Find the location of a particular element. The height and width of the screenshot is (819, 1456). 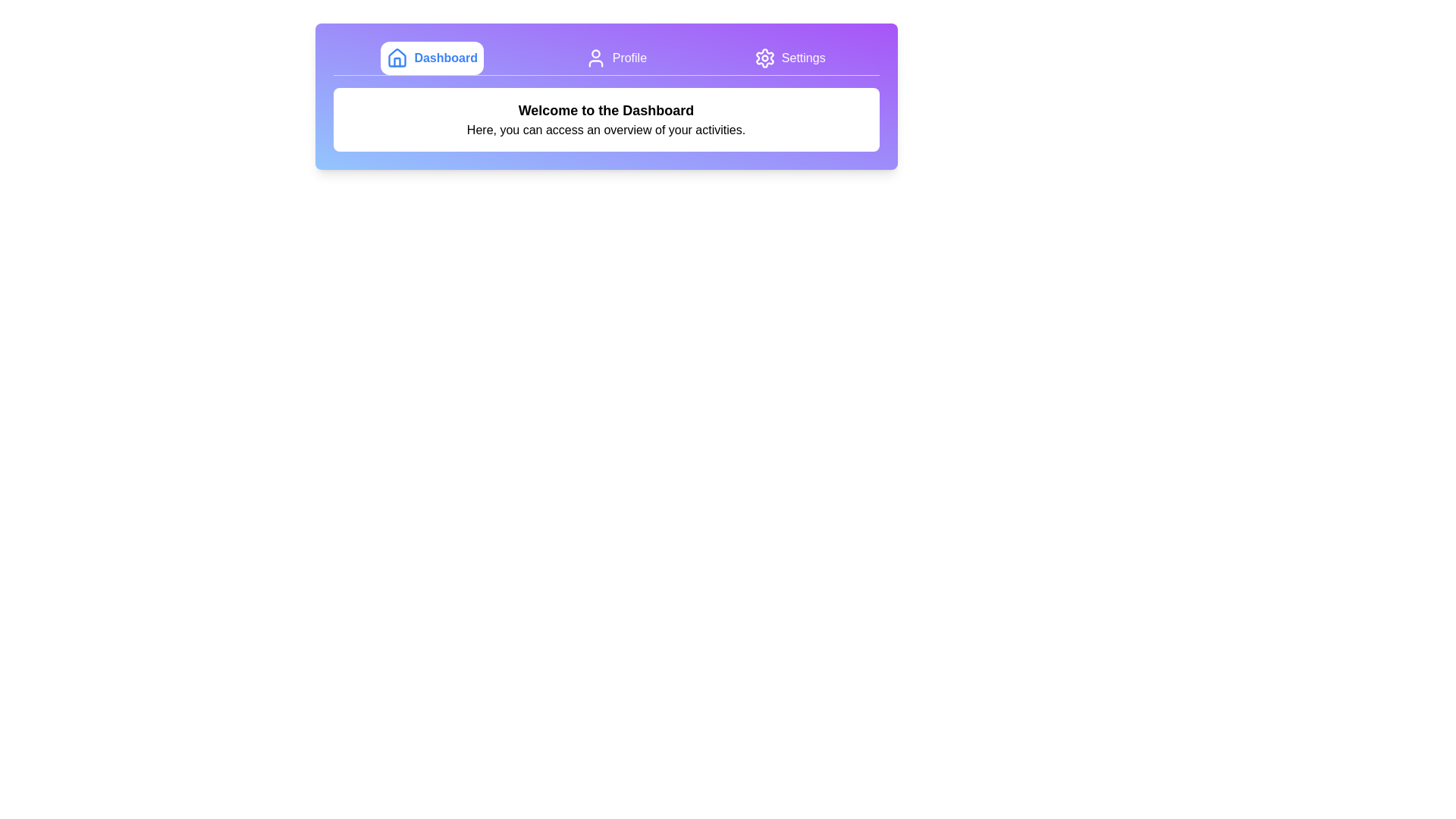

the tab labeled Settings is located at coordinates (789, 58).